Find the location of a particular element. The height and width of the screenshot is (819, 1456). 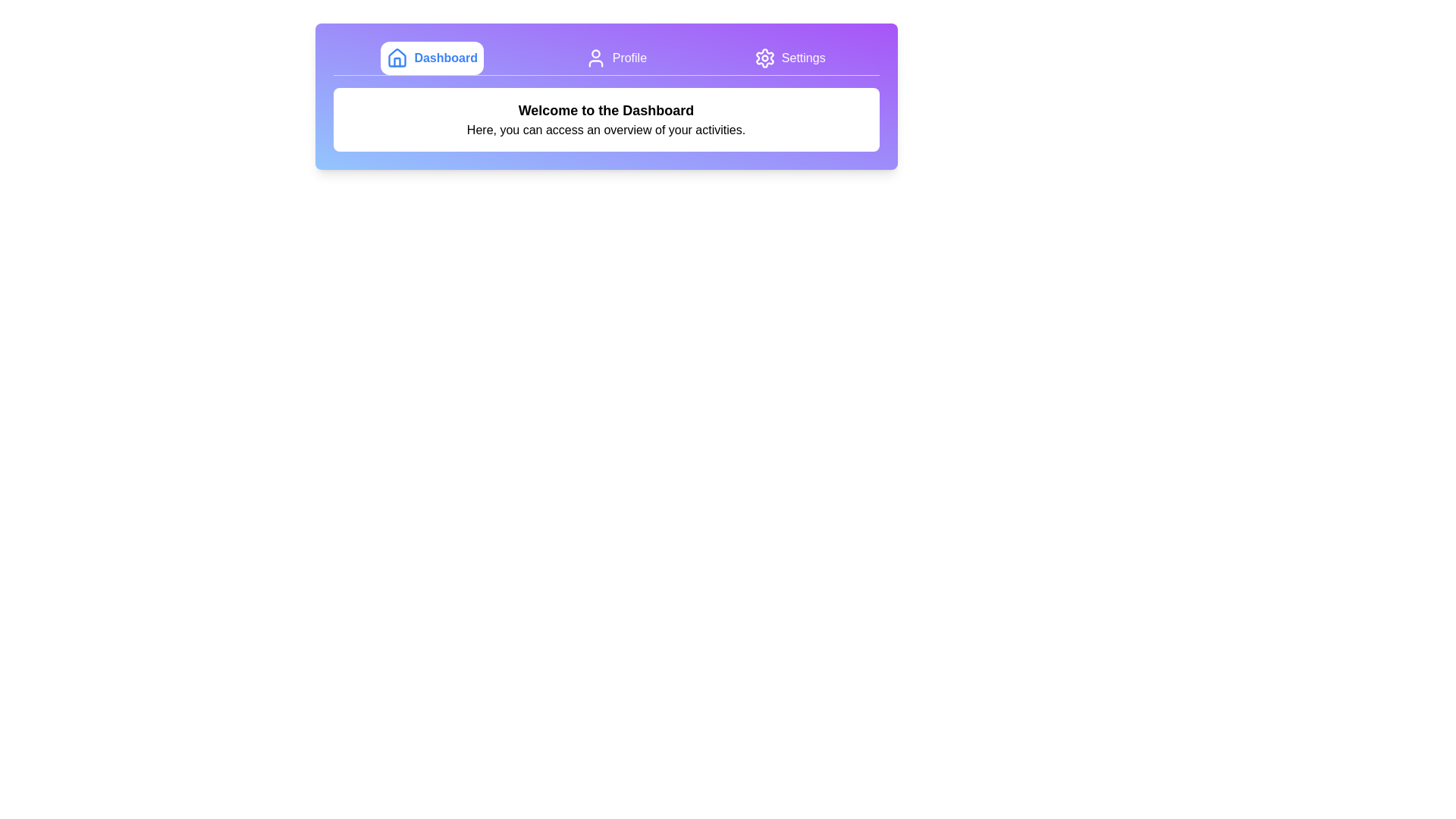

the tab labeled Settings is located at coordinates (789, 58).